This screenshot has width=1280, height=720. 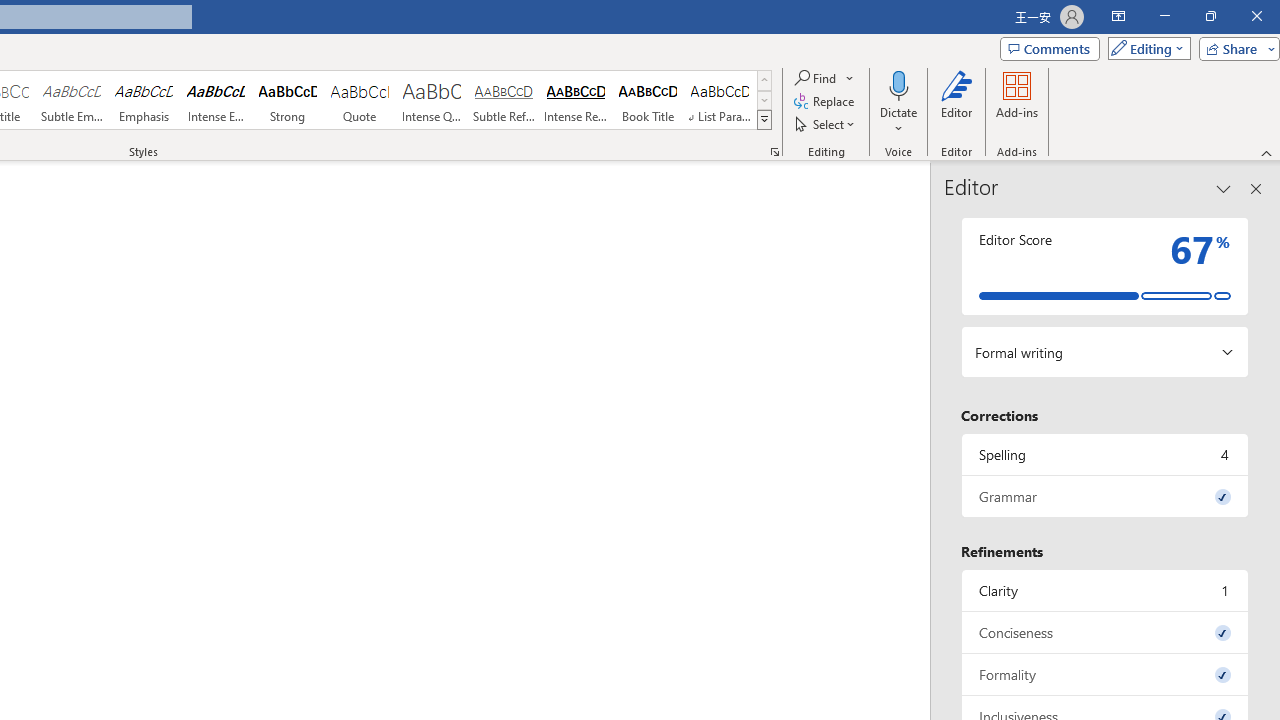 What do you see at coordinates (1104, 495) in the screenshot?
I see `'Grammar, 0 issues. Press space or enter to review items.'` at bounding box center [1104, 495].